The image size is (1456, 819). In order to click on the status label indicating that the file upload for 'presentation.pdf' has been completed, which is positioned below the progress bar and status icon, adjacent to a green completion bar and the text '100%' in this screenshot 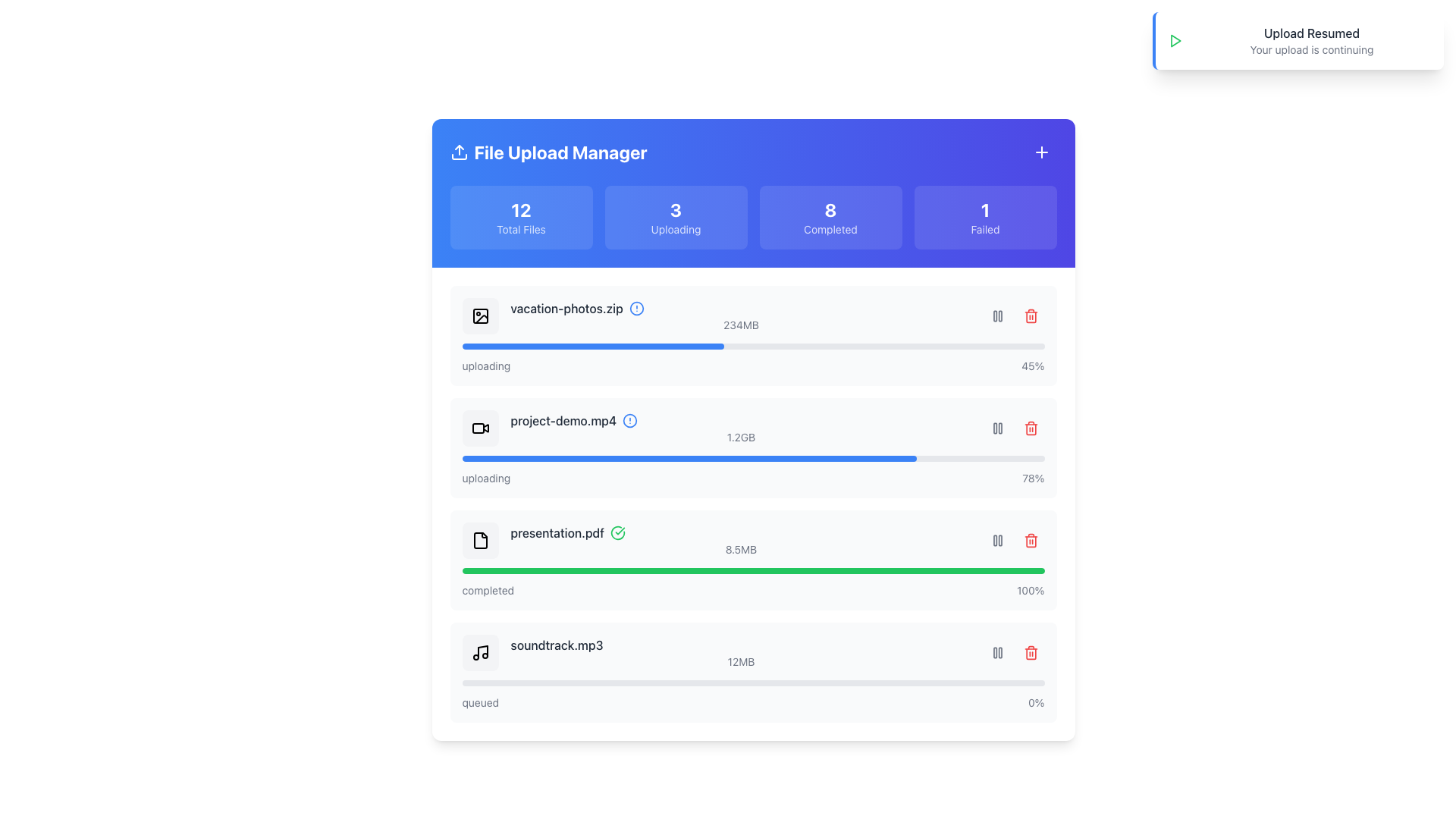, I will do `click(488, 590)`.